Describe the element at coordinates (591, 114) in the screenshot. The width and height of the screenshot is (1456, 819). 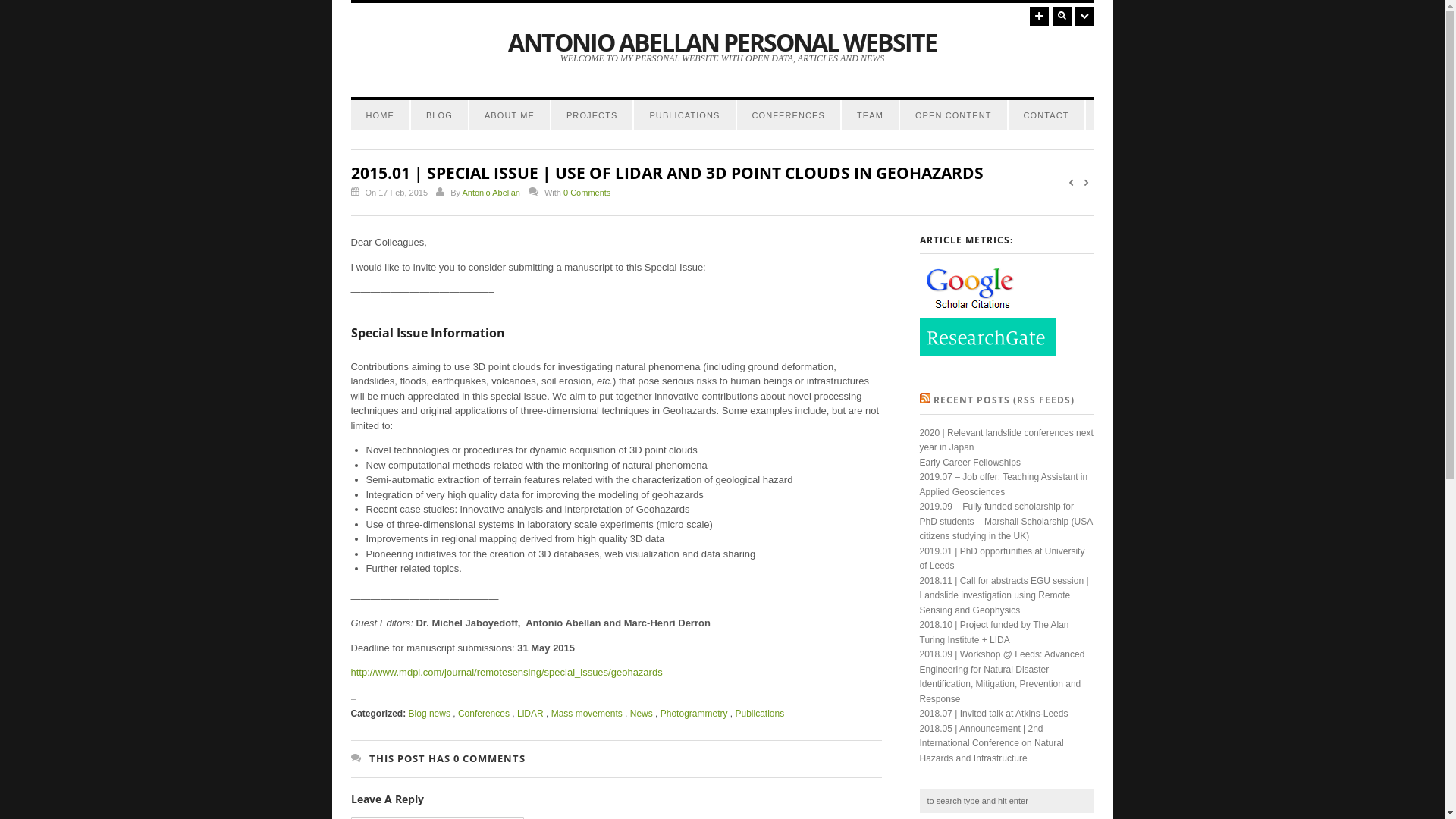
I see `'PROJECTS'` at that location.